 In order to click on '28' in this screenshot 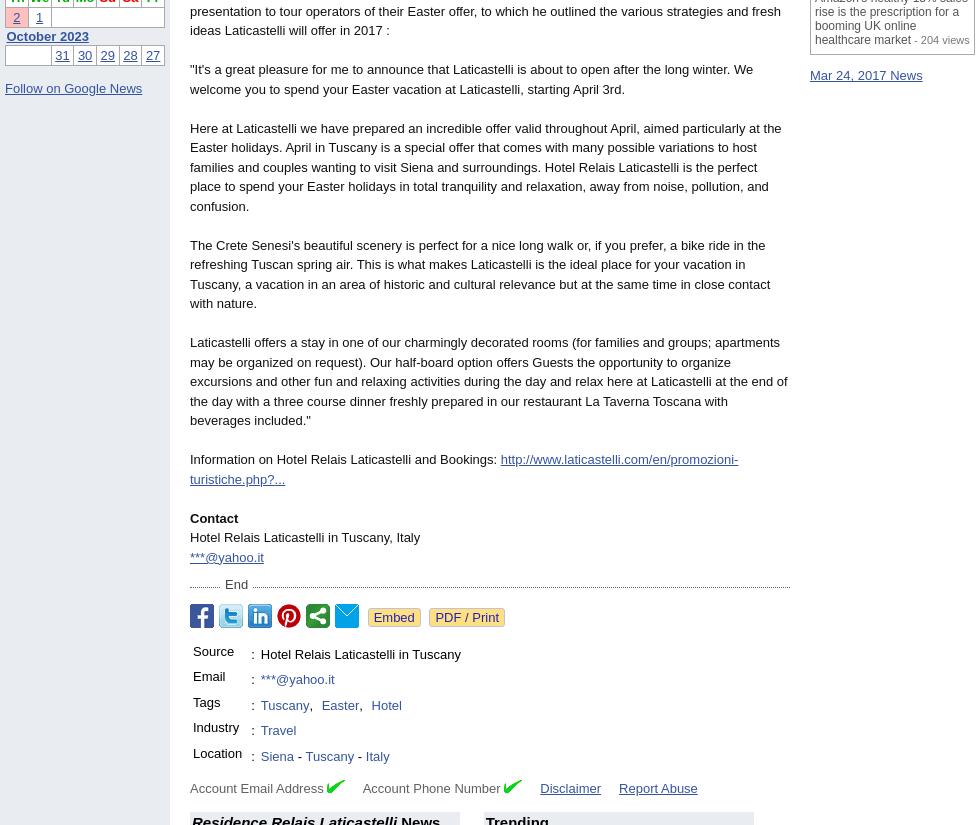, I will do `click(130, 54)`.